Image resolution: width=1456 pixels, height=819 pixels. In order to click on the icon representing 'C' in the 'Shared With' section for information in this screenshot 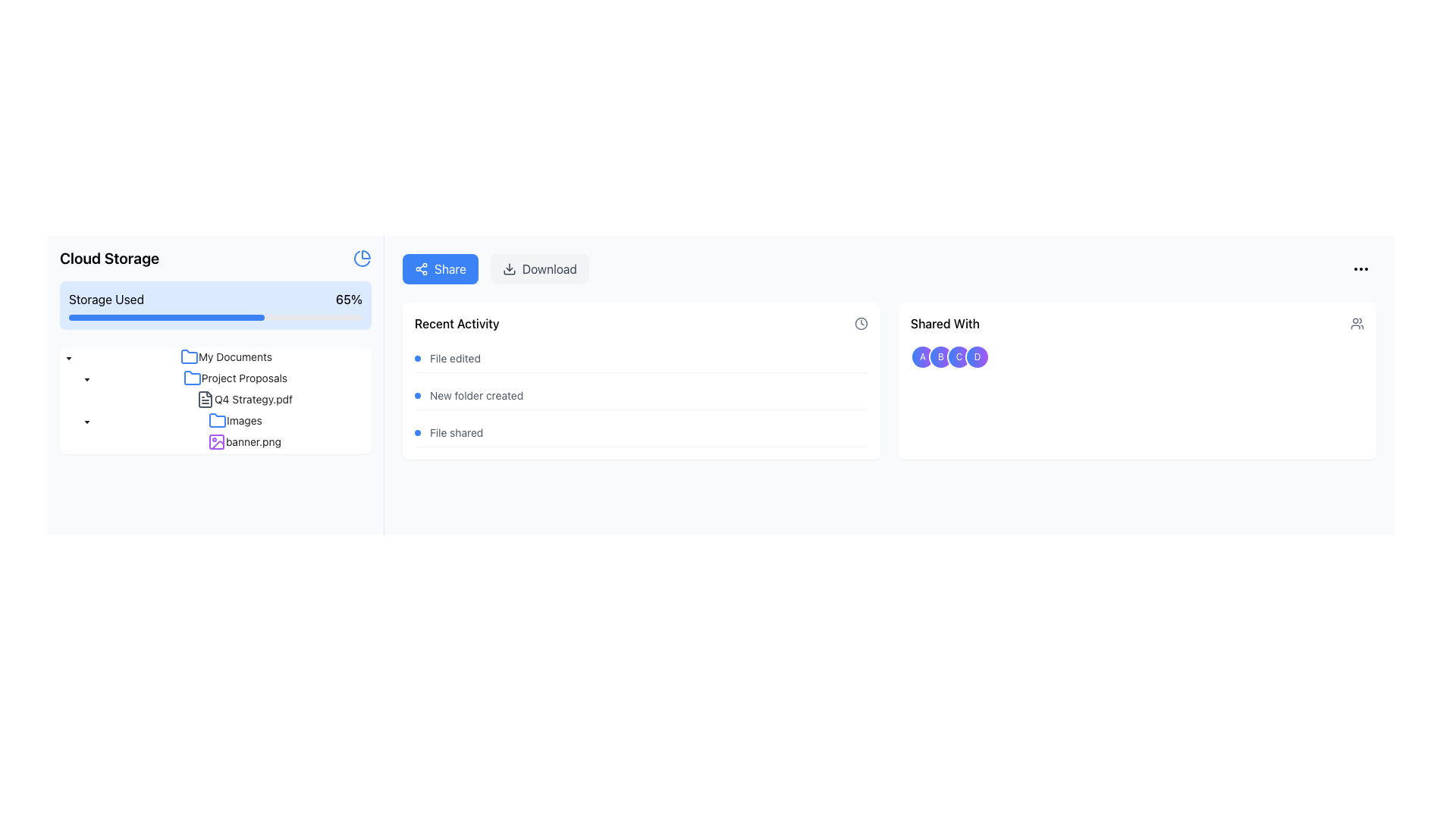, I will do `click(959, 356)`.